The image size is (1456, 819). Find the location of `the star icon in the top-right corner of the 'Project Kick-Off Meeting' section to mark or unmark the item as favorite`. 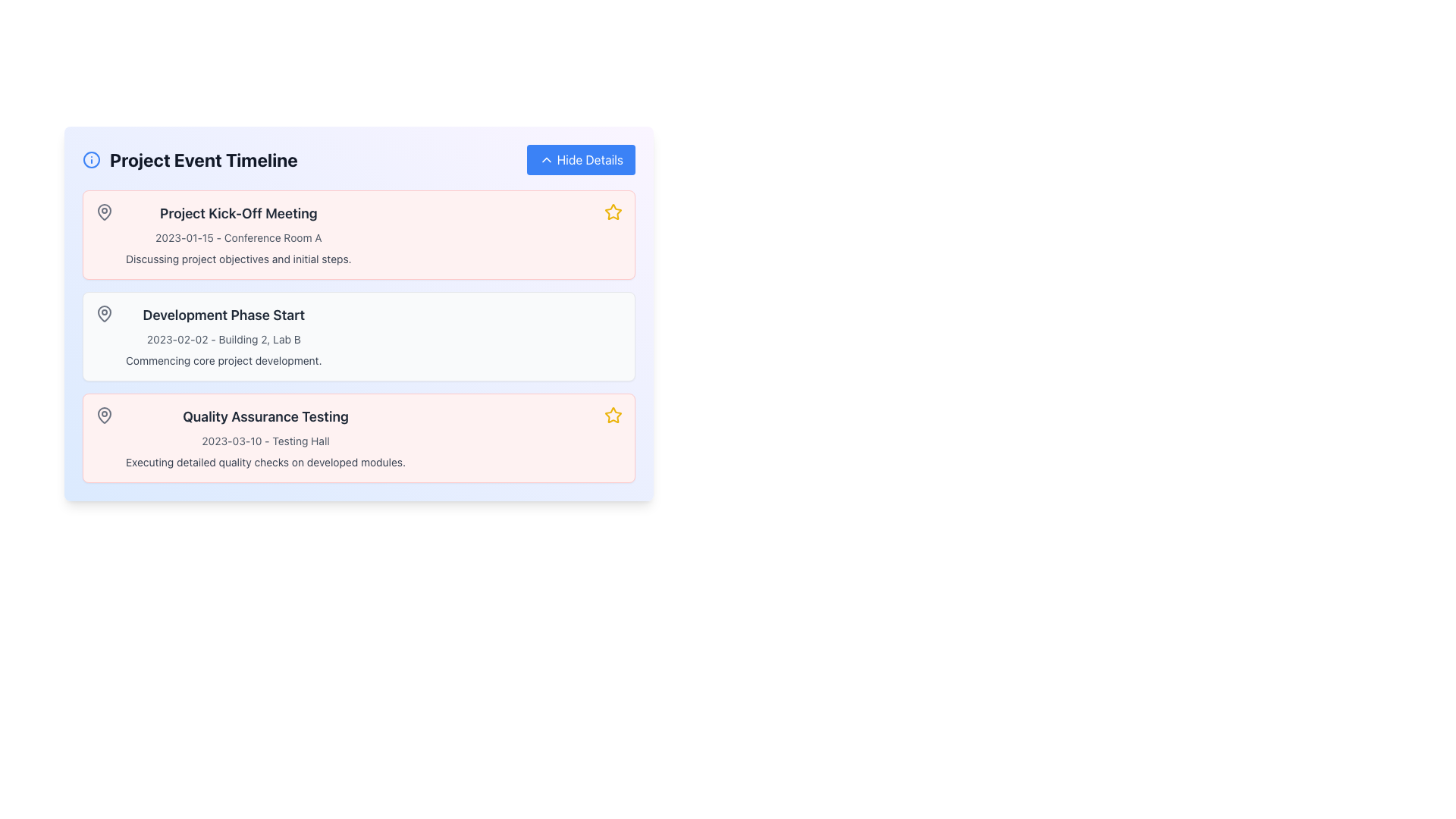

the star icon in the top-right corner of the 'Project Kick-Off Meeting' section to mark or unmark the item as favorite is located at coordinates (613, 212).